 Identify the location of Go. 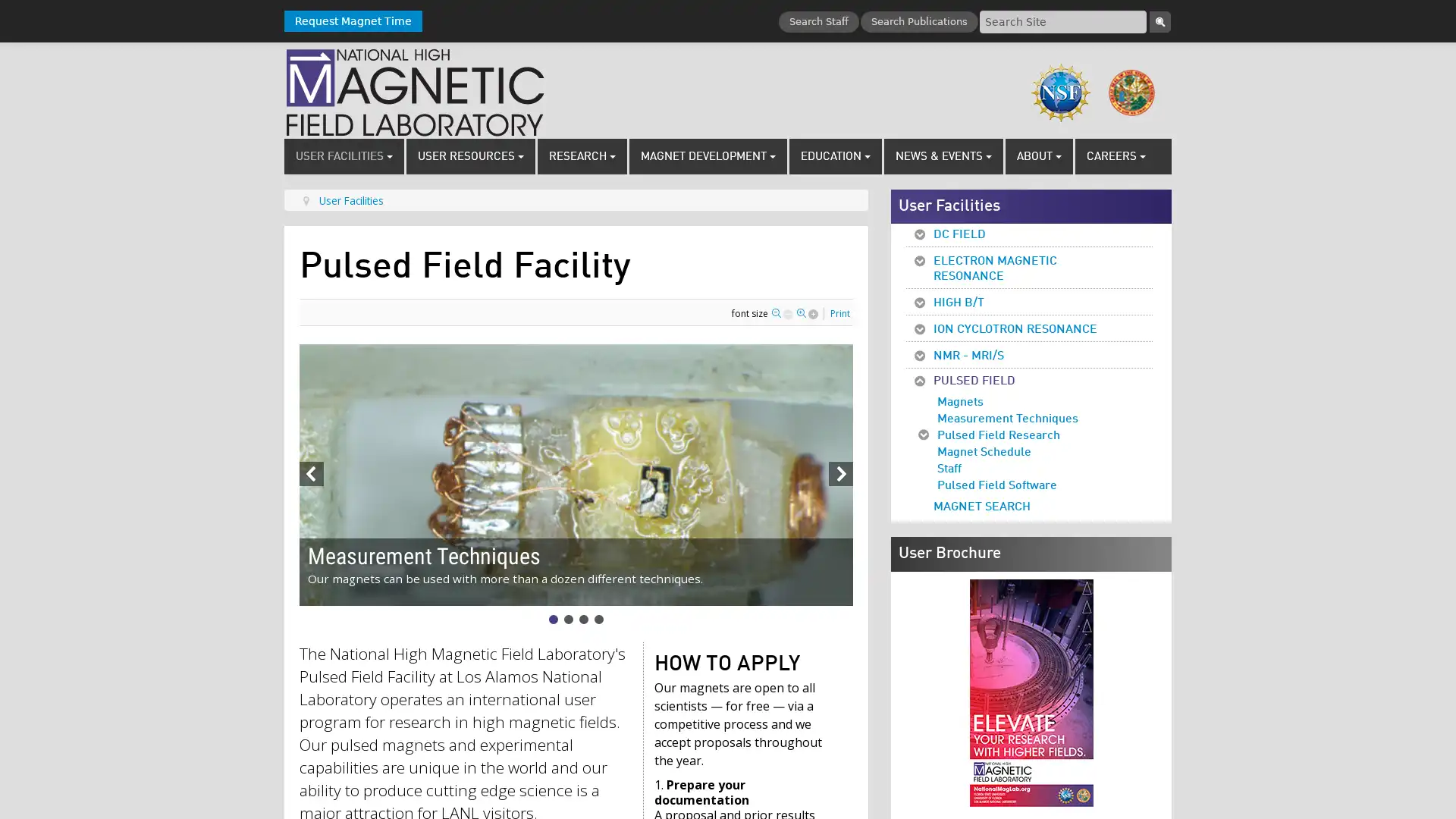
(1159, 22).